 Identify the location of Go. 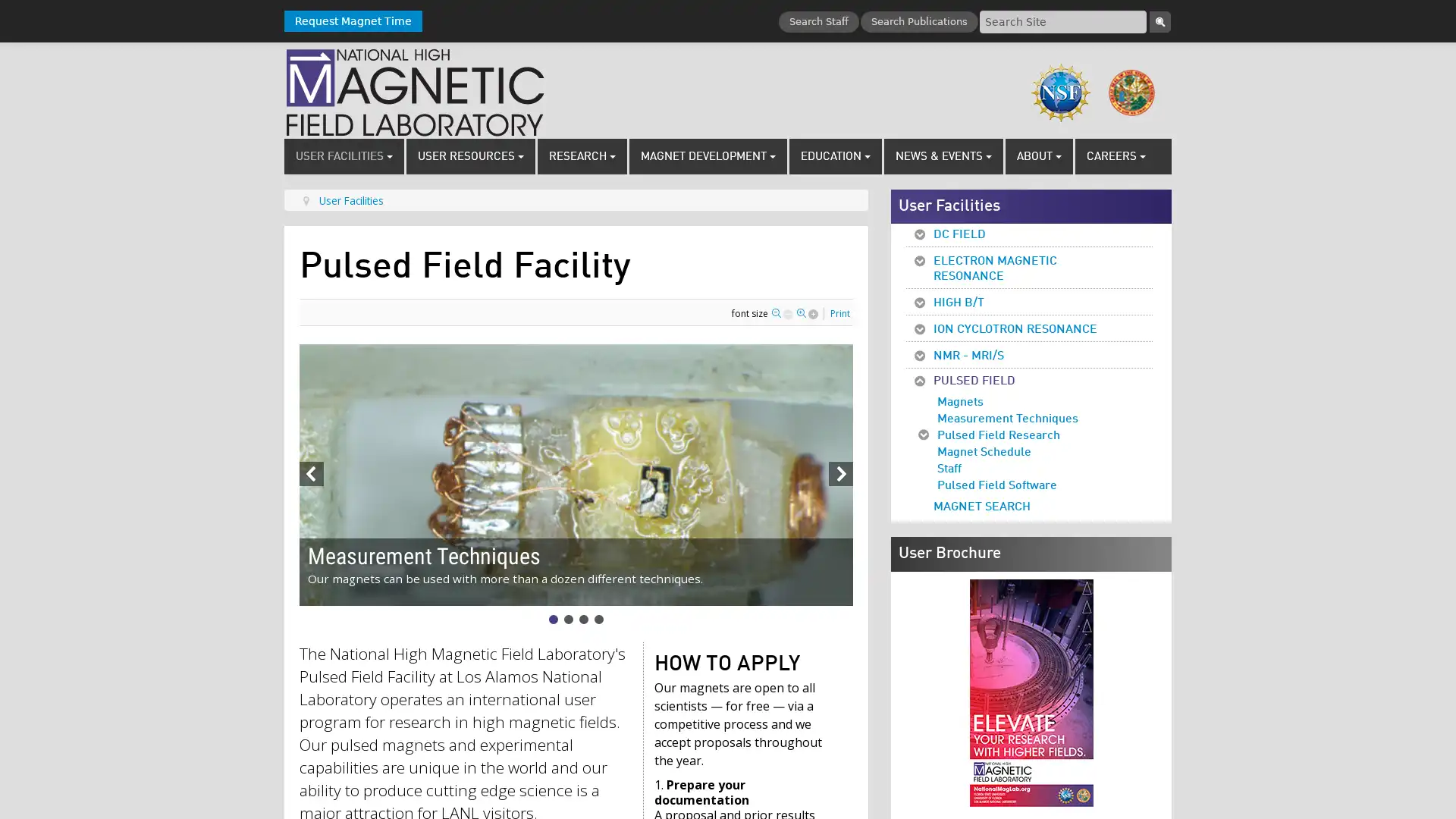
(1159, 22).